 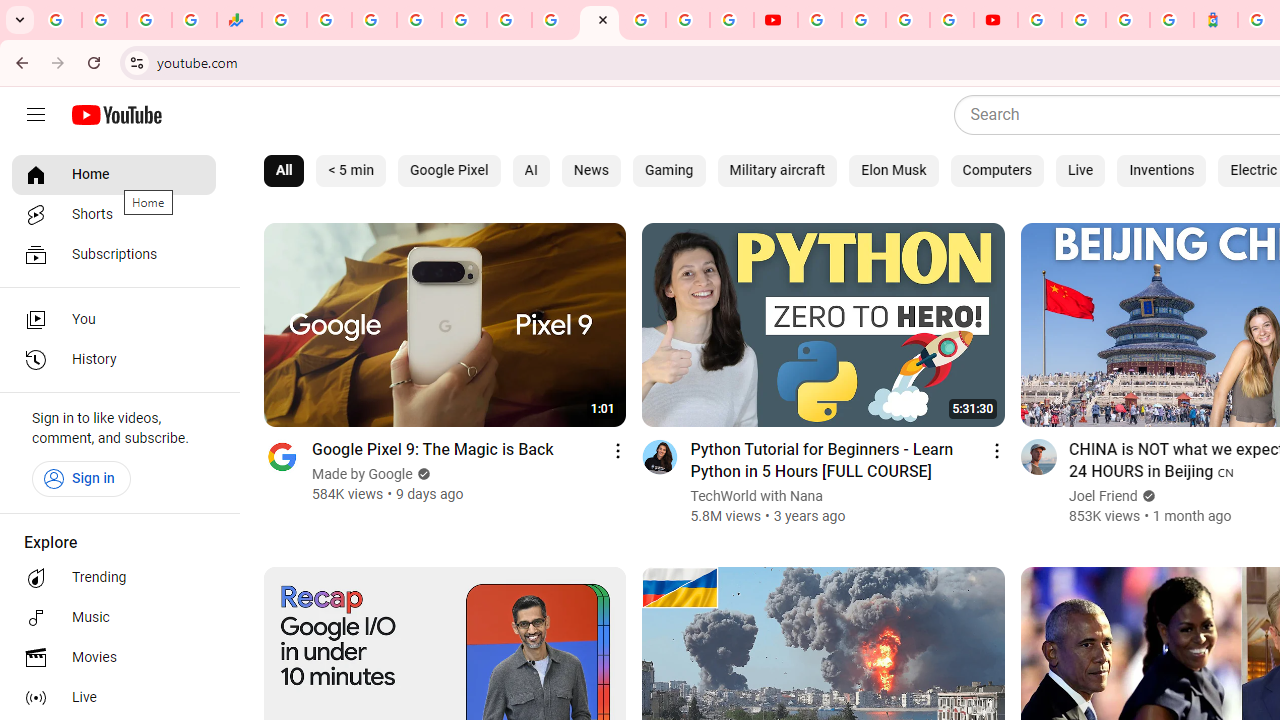 I want to click on 'Made by Google', so click(x=363, y=474).